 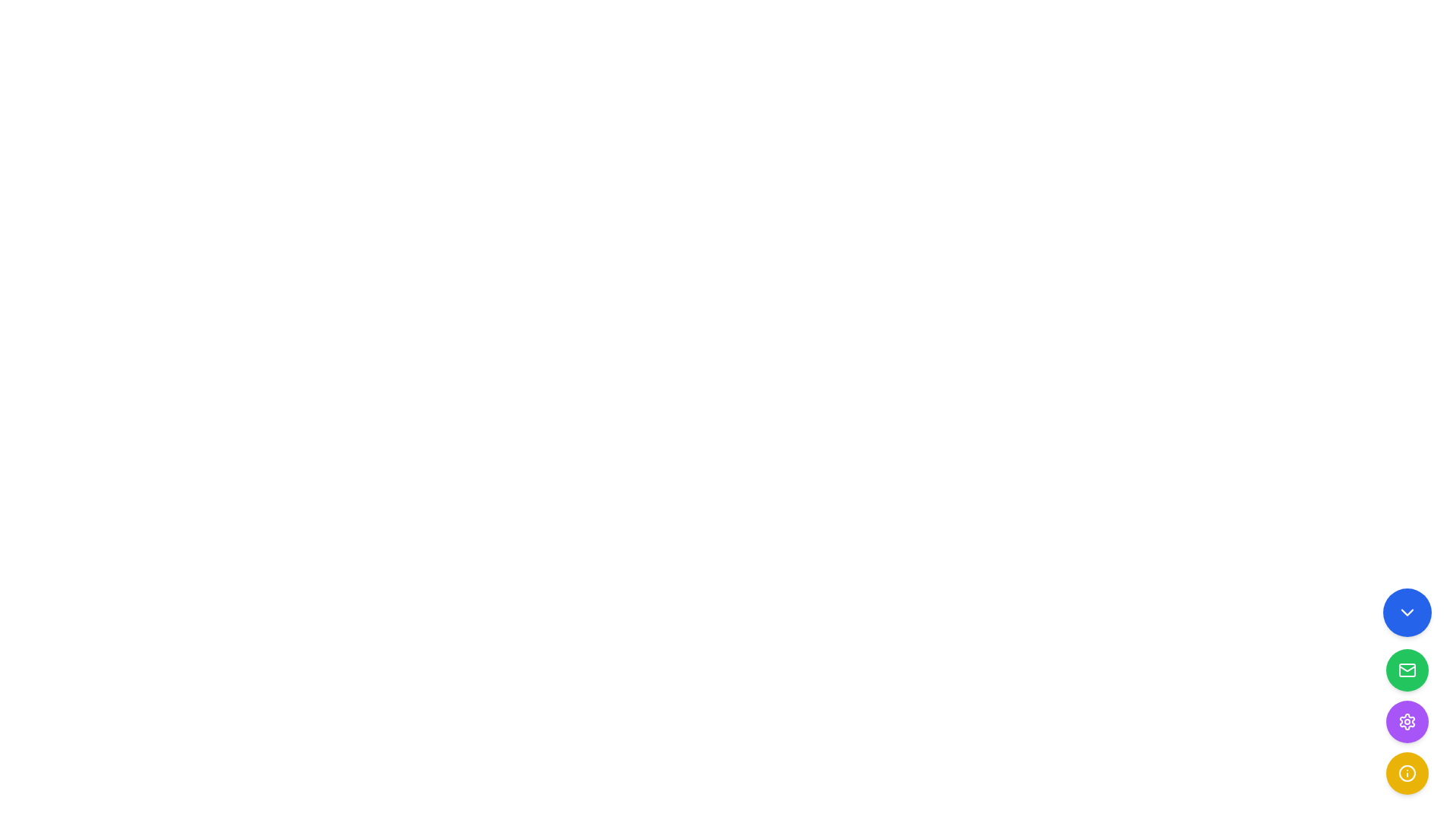 I want to click on the blue circular button icon located at the far-right of the interface, so click(x=1407, y=611).